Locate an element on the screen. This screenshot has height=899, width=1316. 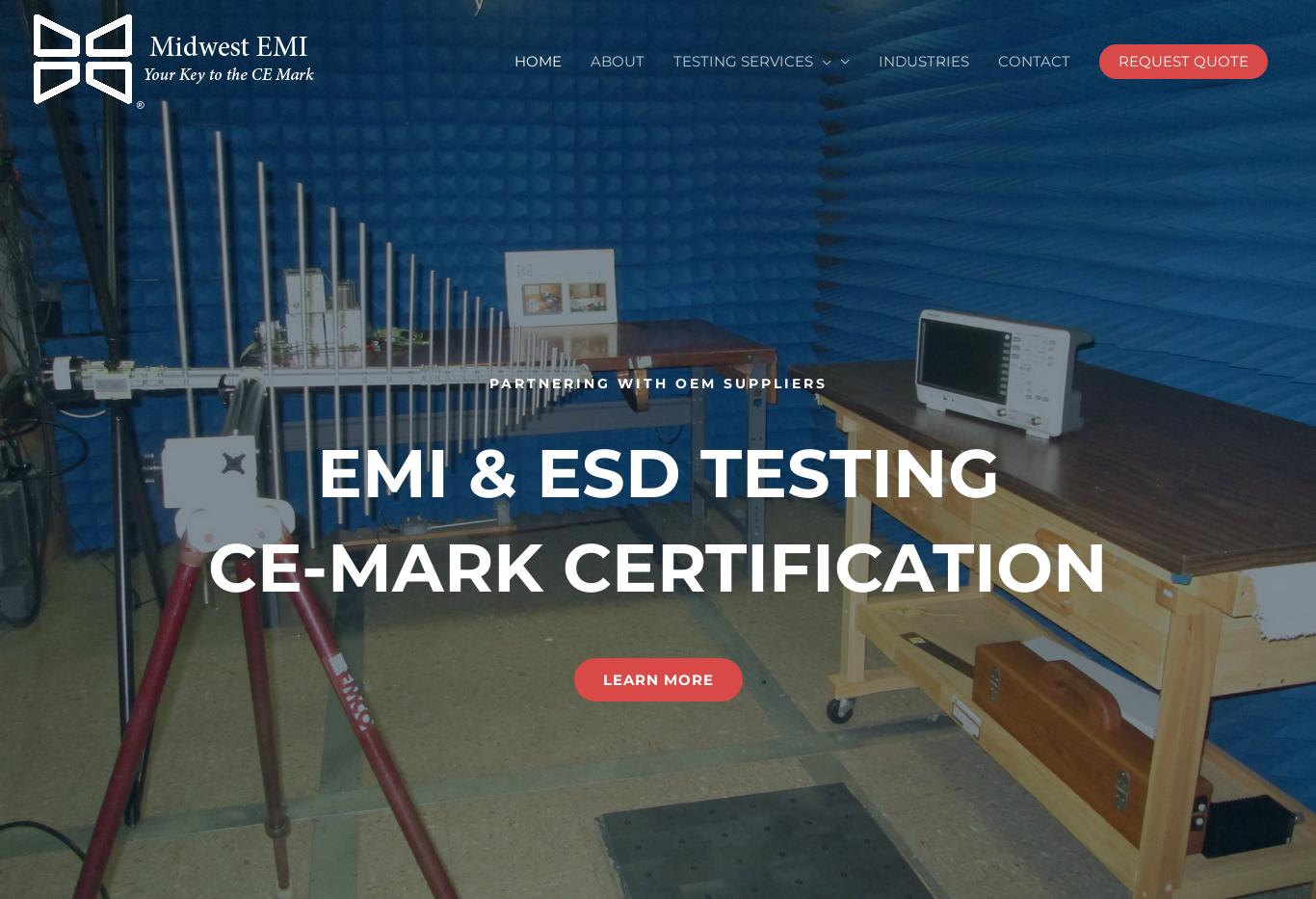
'REQUEST QUOTE' is located at coordinates (1183, 61).